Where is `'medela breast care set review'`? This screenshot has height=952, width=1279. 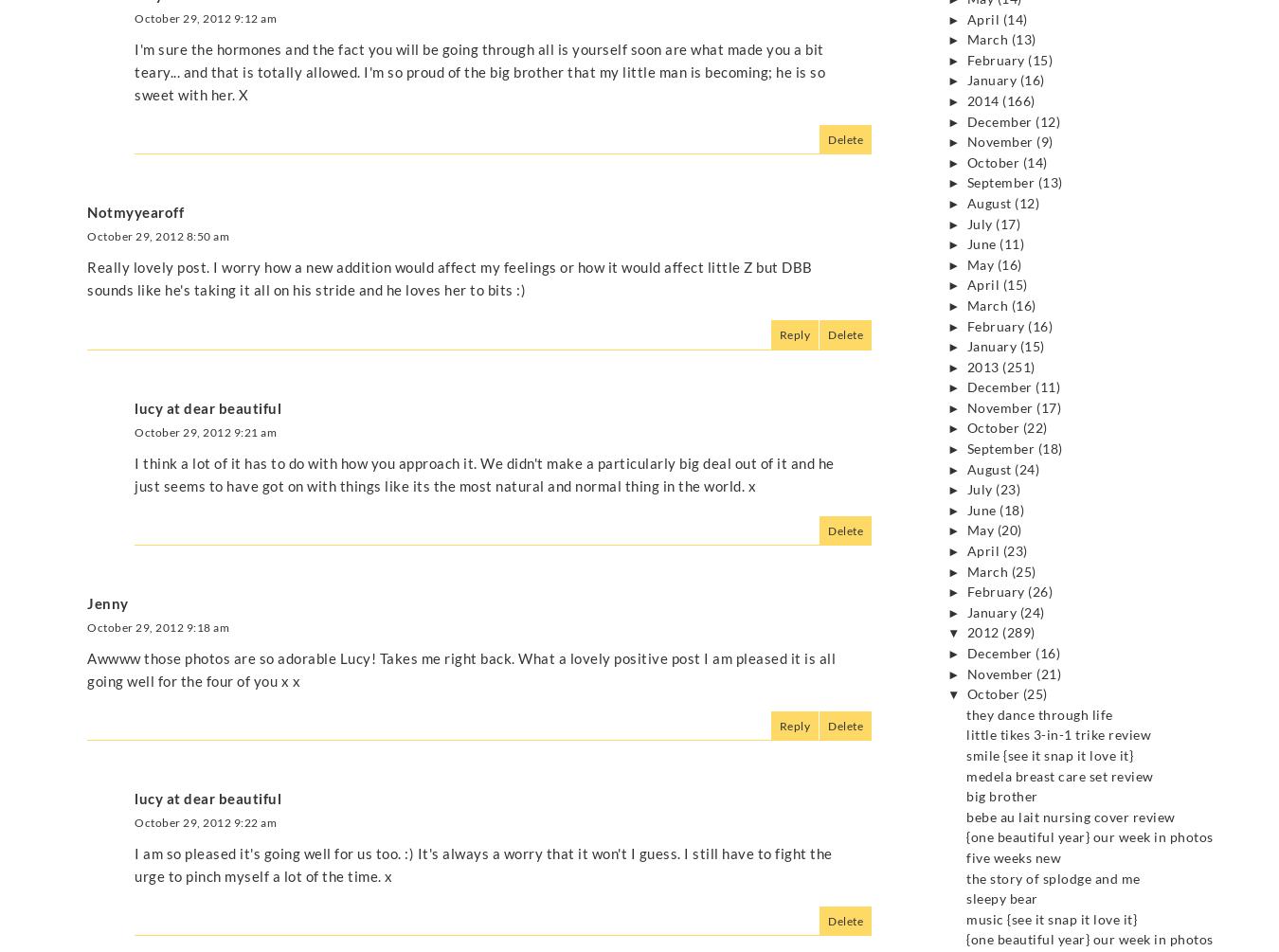 'medela breast care set review' is located at coordinates (966, 775).